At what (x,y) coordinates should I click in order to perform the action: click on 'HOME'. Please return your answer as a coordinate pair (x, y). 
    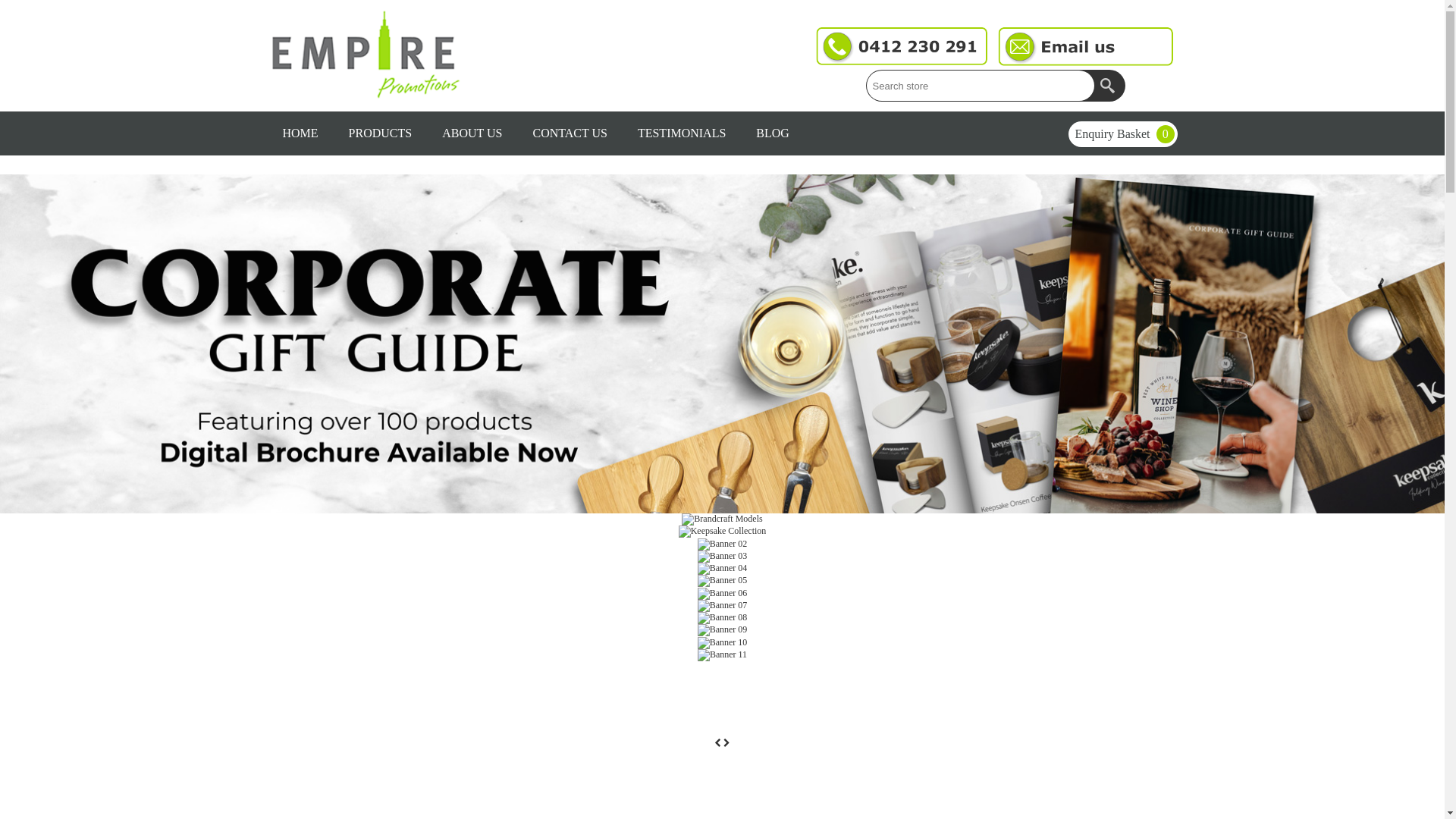
    Looking at the image, I should click on (300, 133).